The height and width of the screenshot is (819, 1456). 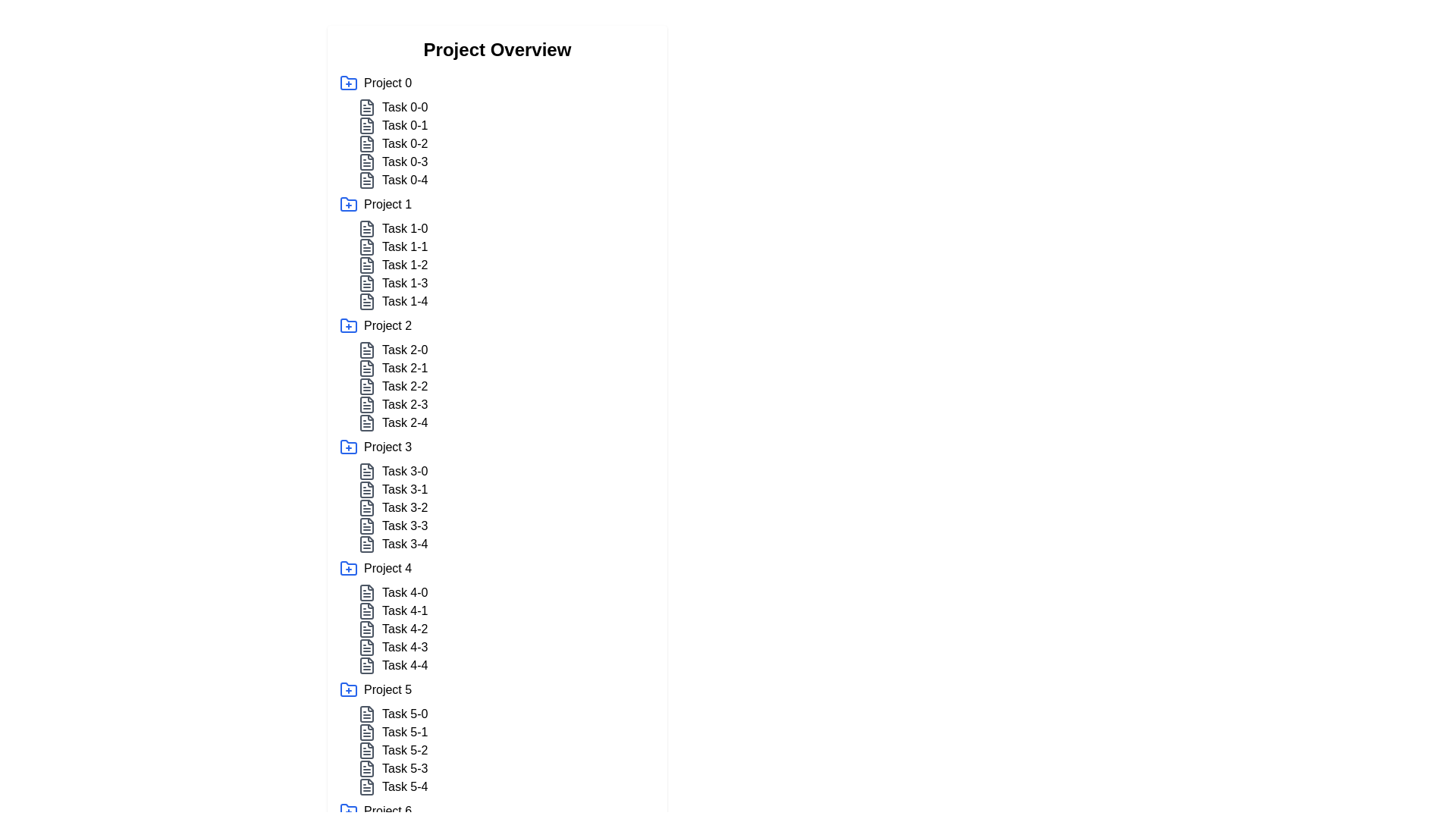 I want to click on the blue folder icon with a plus symbol located to the left of 'Project 4', so click(x=348, y=568).